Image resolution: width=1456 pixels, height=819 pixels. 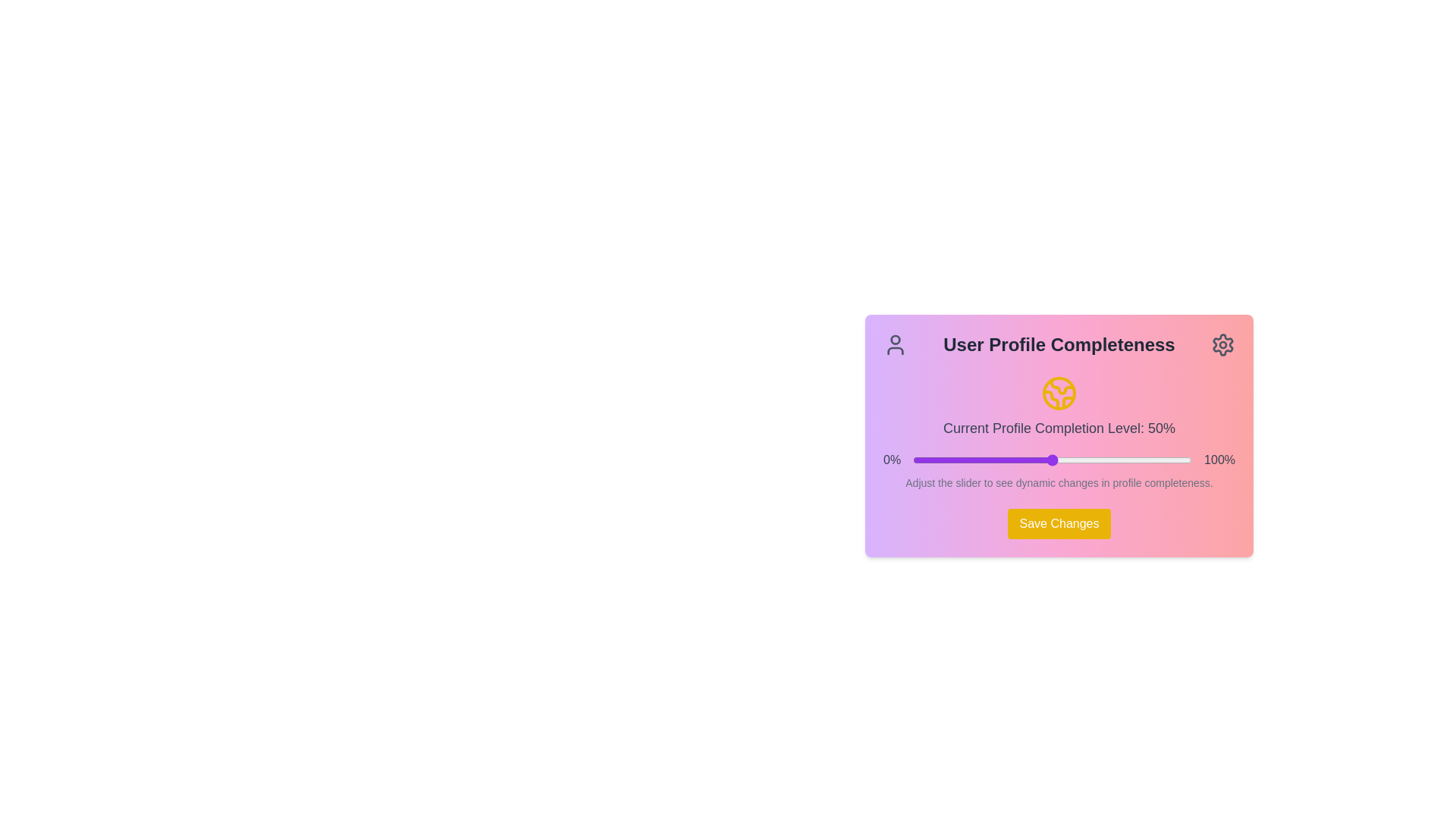 What do you see at coordinates (1058, 497) in the screenshot?
I see `the 'Save Changes' button located at the bottom of the profile completeness component, which is part of a card-like element in the middle-right area of the interface` at bounding box center [1058, 497].